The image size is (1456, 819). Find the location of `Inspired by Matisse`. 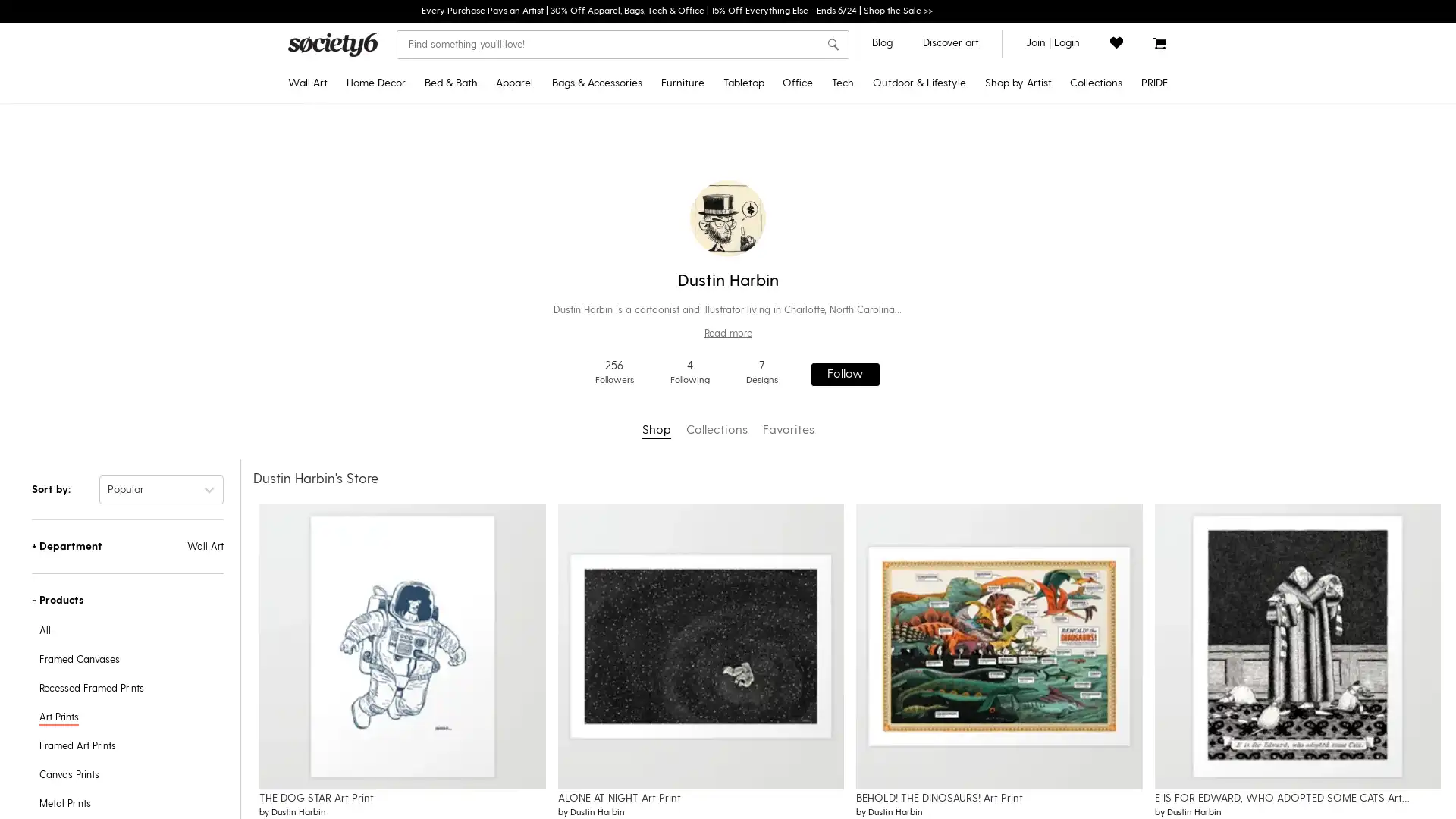

Inspired by Matisse is located at coordinates (1040, 293).